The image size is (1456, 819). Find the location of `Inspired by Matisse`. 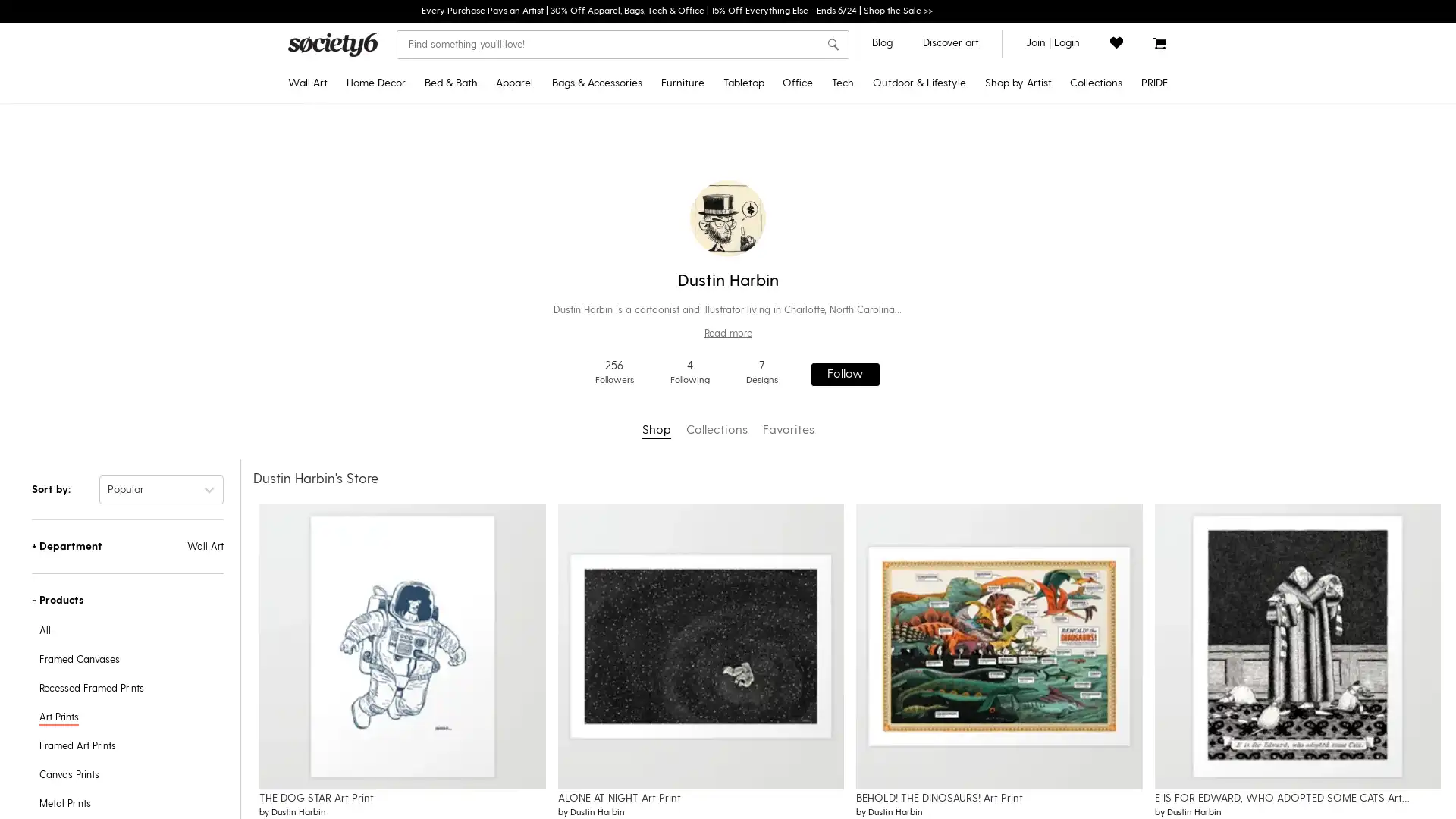

Inspired by Matisse is located at coordinates (1040, 293).